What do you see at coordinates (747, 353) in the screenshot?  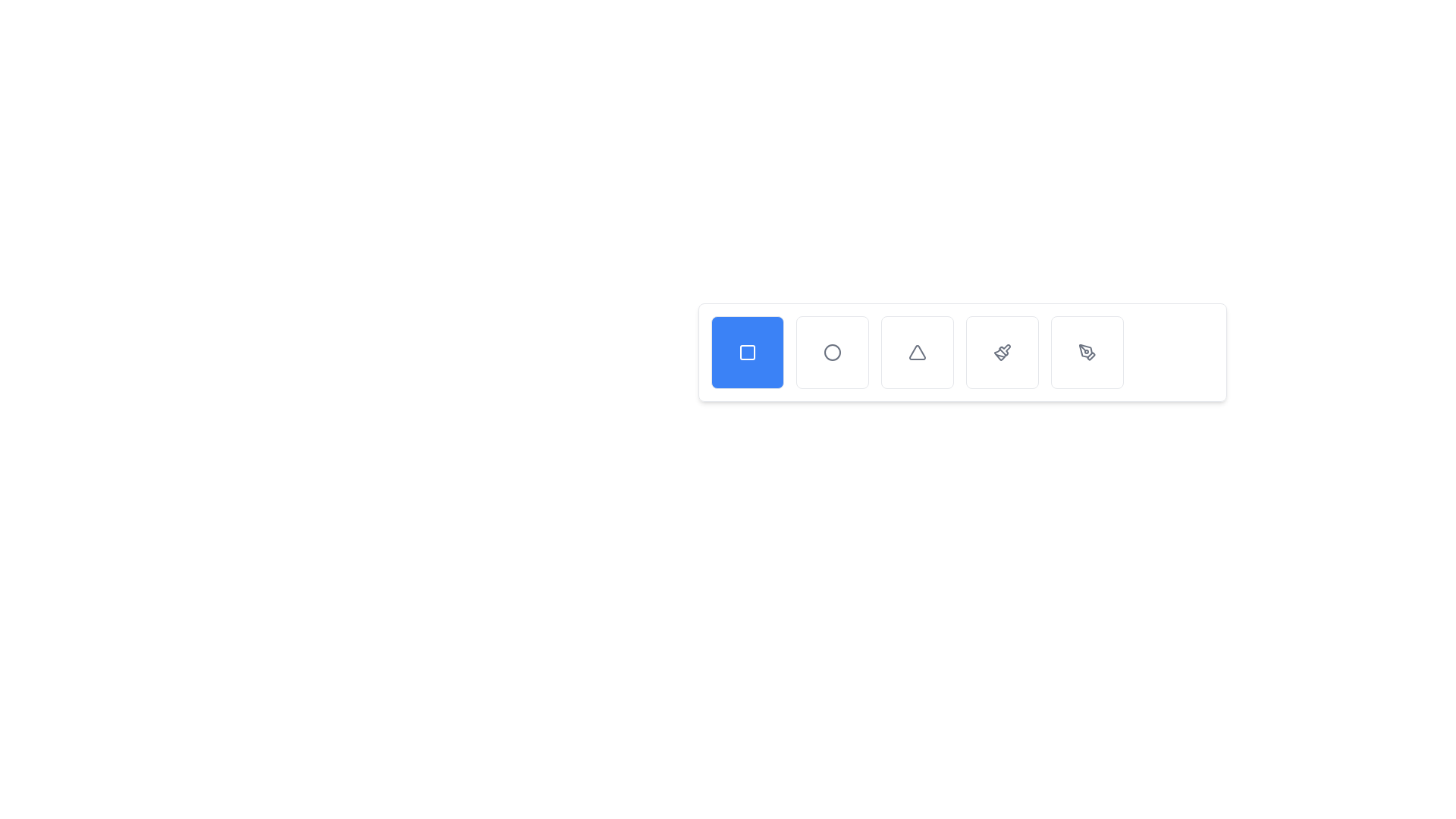 I see `the blue square button with a white border and rounded corners, which is the first button from the left in its horizontal sequence` at bounding box center [747, 353].